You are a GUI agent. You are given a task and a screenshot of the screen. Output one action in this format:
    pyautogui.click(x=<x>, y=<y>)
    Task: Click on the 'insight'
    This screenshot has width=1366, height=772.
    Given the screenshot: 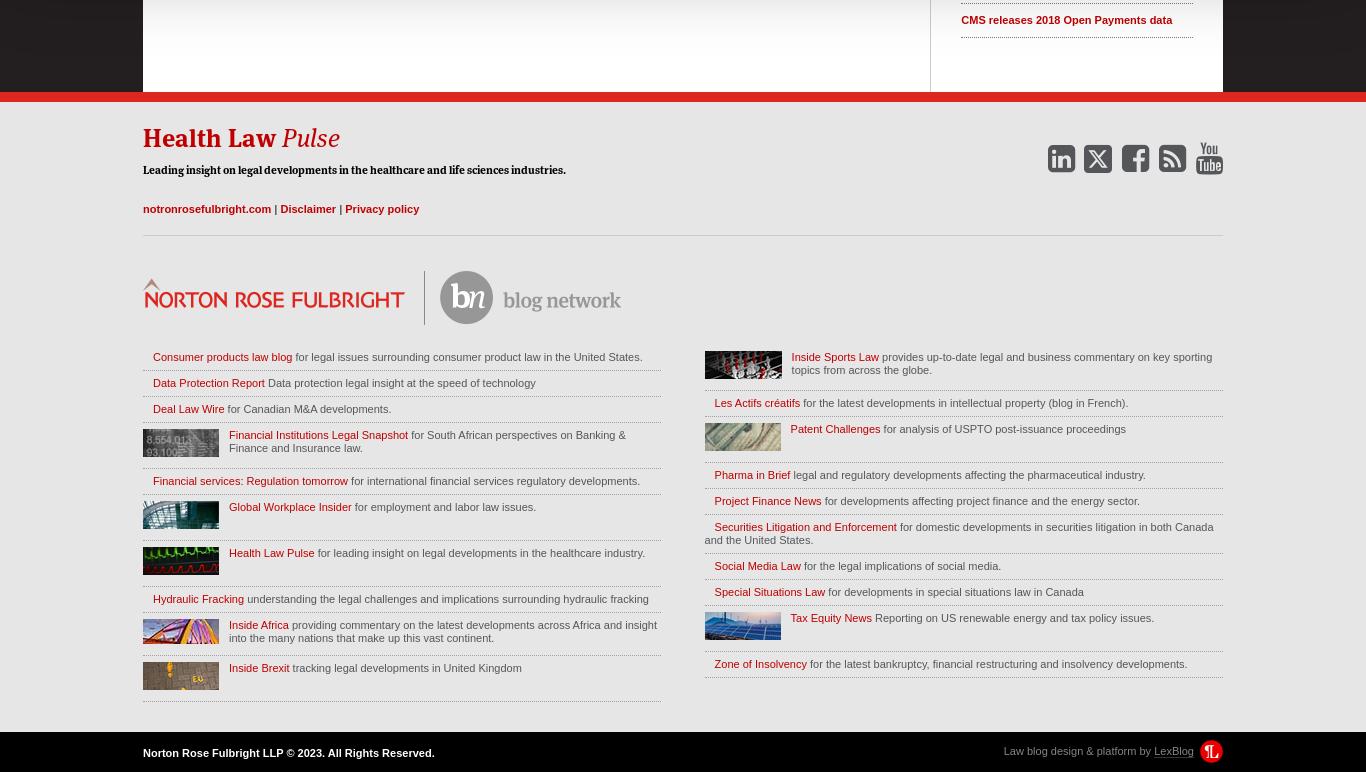 What is the action you would take?
    pyautogui.click(x=185, y=167)
    